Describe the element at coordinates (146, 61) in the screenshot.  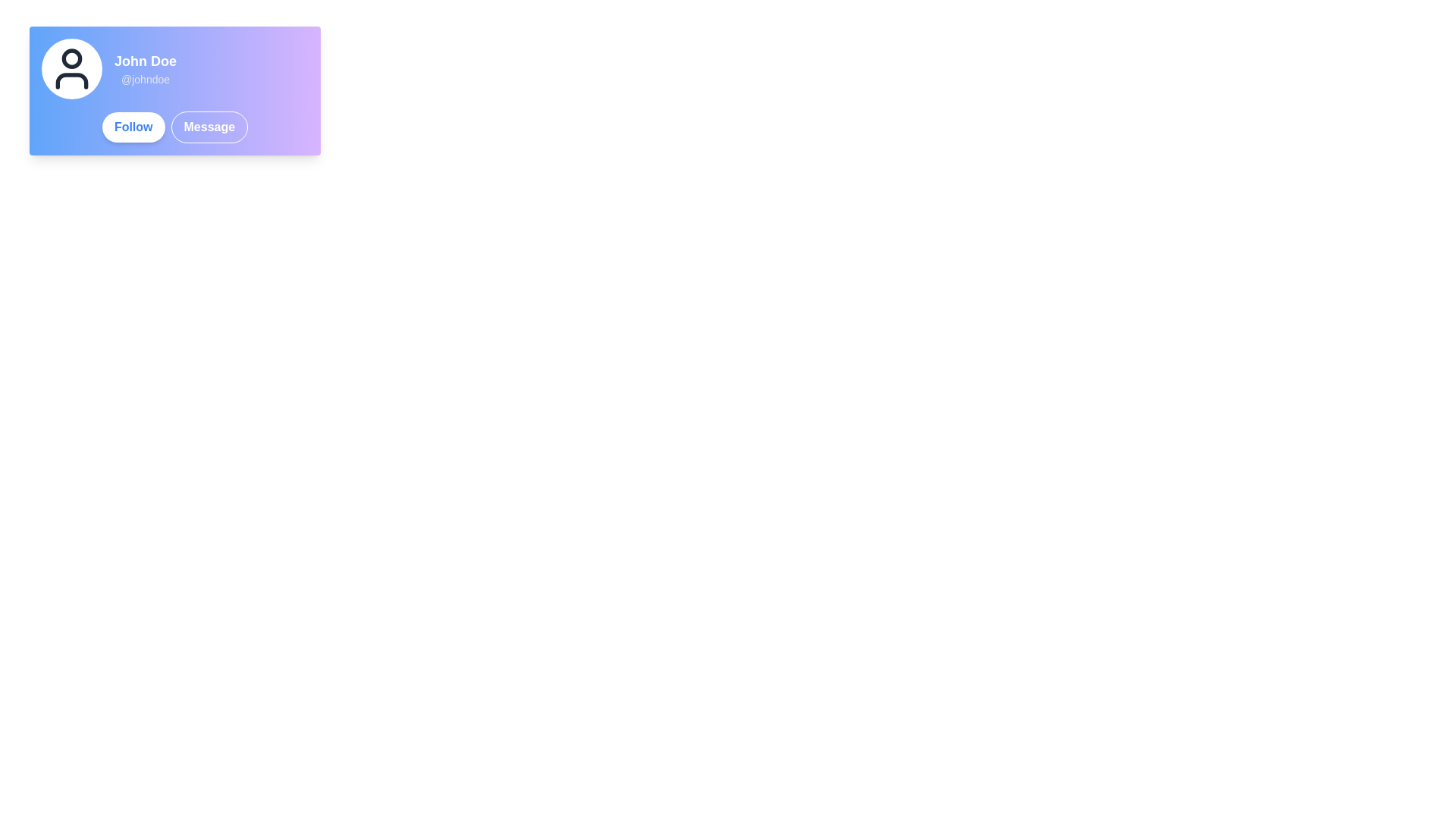
I see `the static text label displaying the user's account name, positioned above the '@johndoe' username text and to the right of the profile icon` at that location.